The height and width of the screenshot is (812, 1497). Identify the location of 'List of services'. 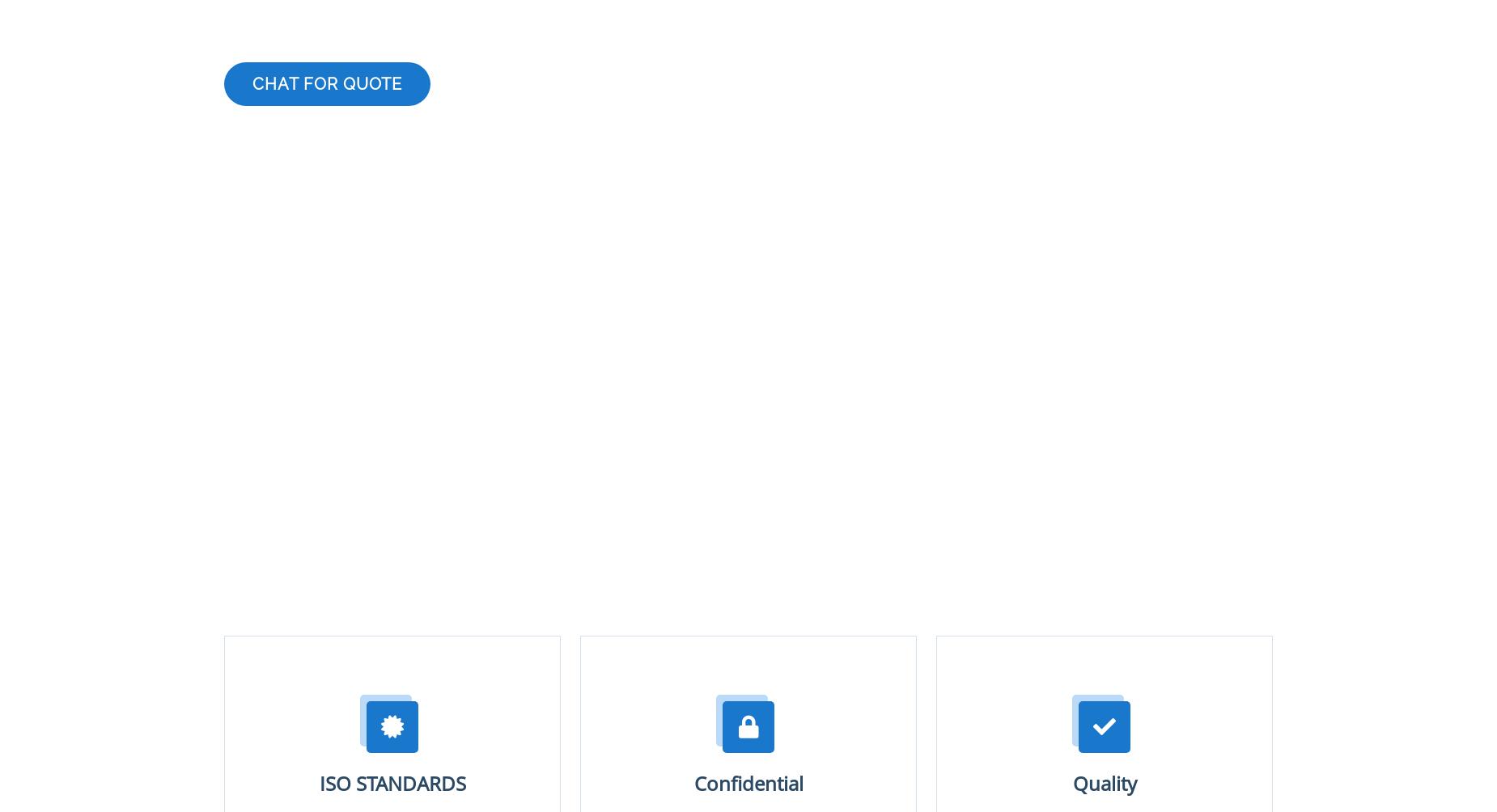
(290, 119).